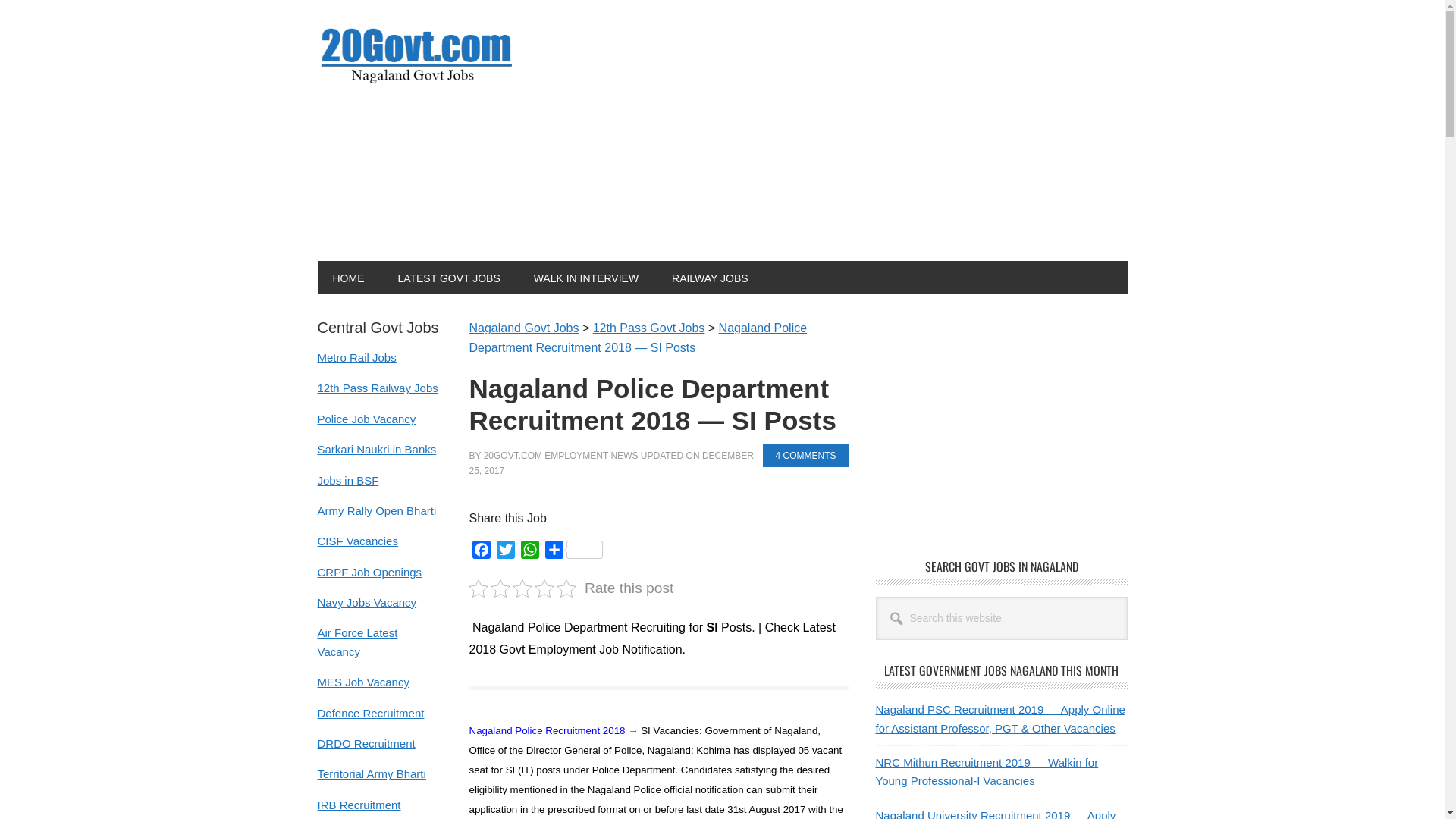 The width and height of the screenshot is (1456, 819). Describe the element at coordinates (1002, 424) in the screenshot. I see `'Advertisement'` at that location.